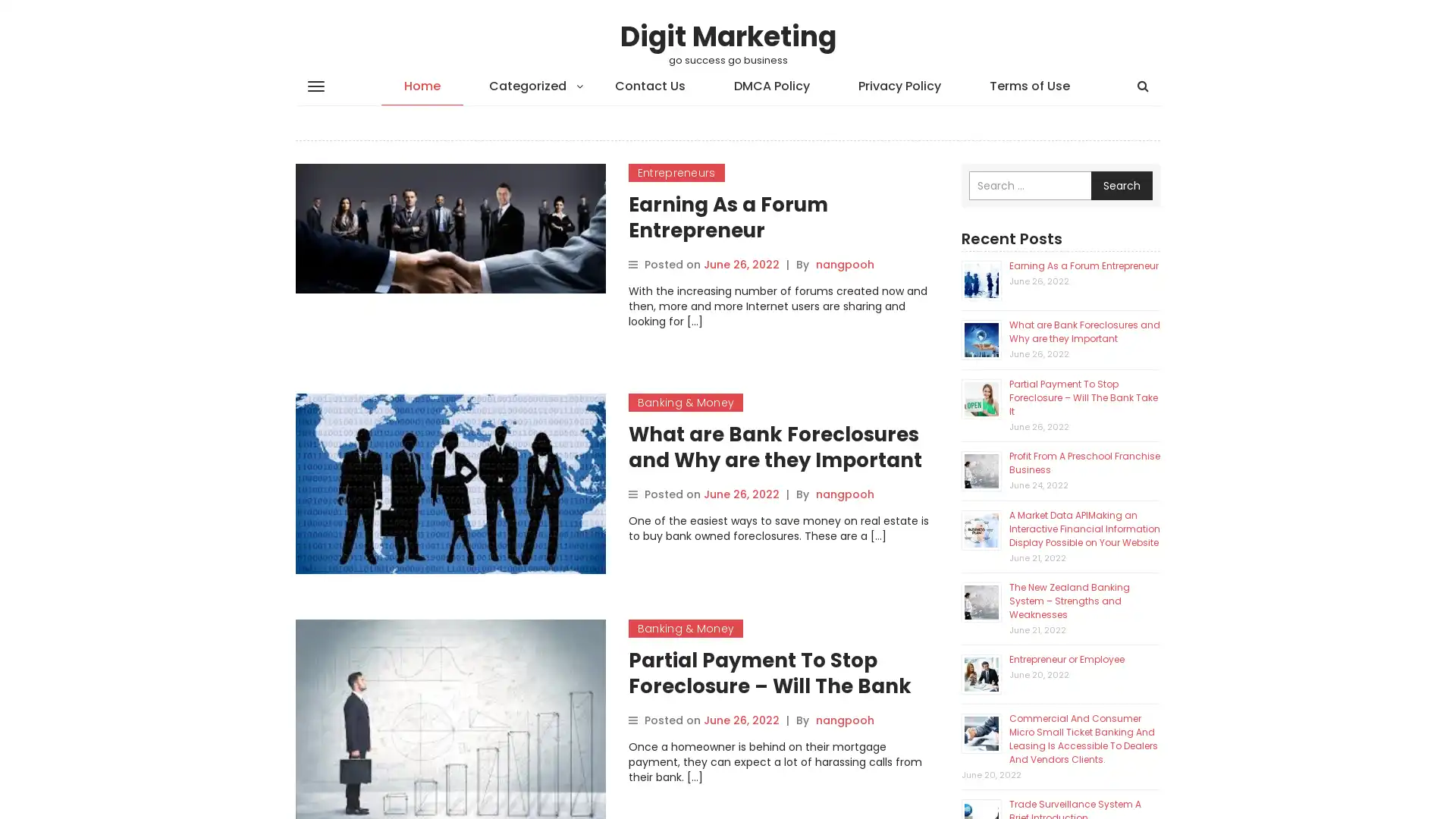 The height and width of the screenshot is (819, 1456). I want to click on Search, so click(1122, 185).